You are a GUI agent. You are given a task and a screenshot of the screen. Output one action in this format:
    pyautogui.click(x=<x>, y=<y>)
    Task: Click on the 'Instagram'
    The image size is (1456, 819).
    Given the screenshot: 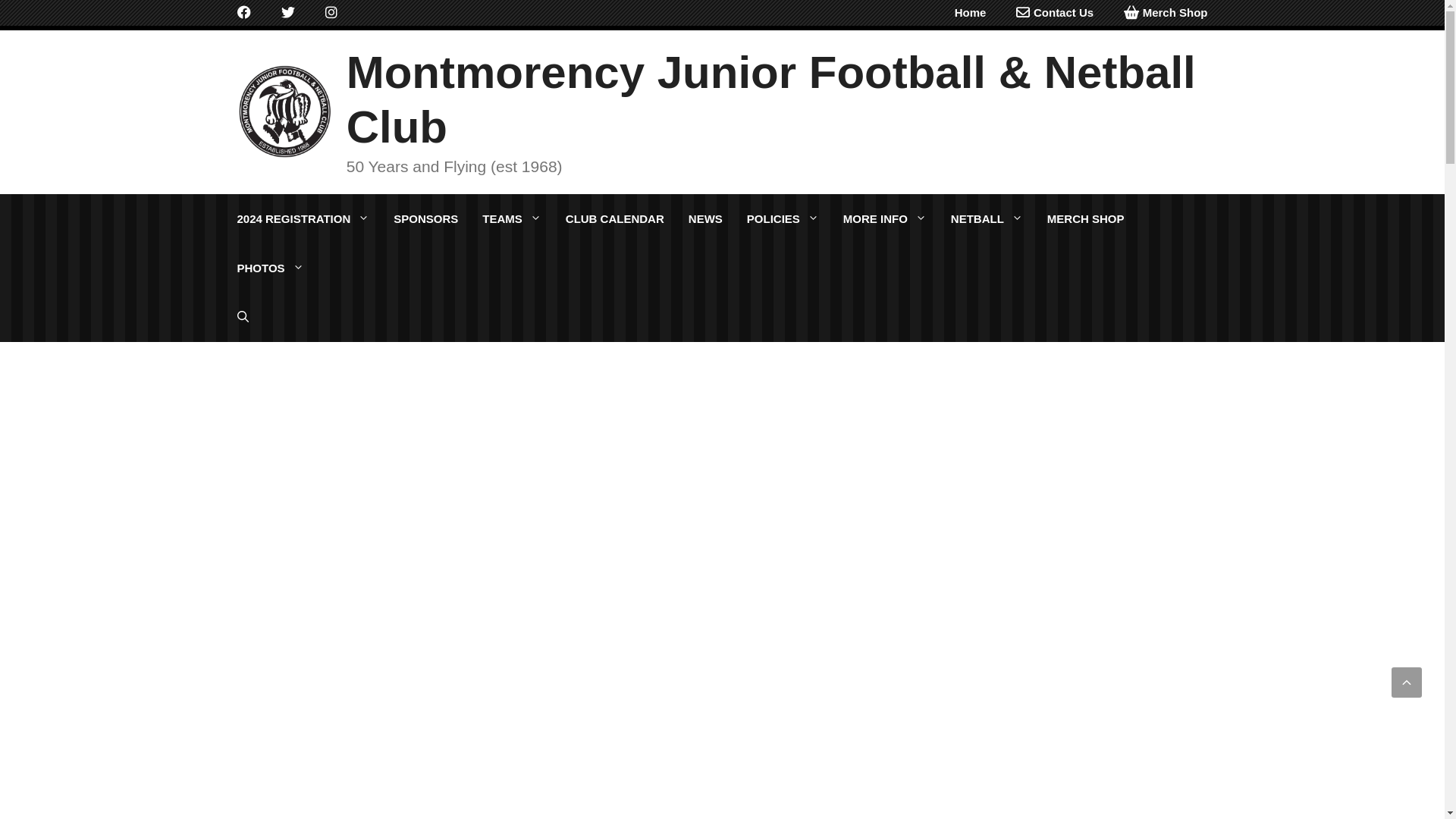 What is the action you would take?
    pyautogui.click(x=330, y=12)
    